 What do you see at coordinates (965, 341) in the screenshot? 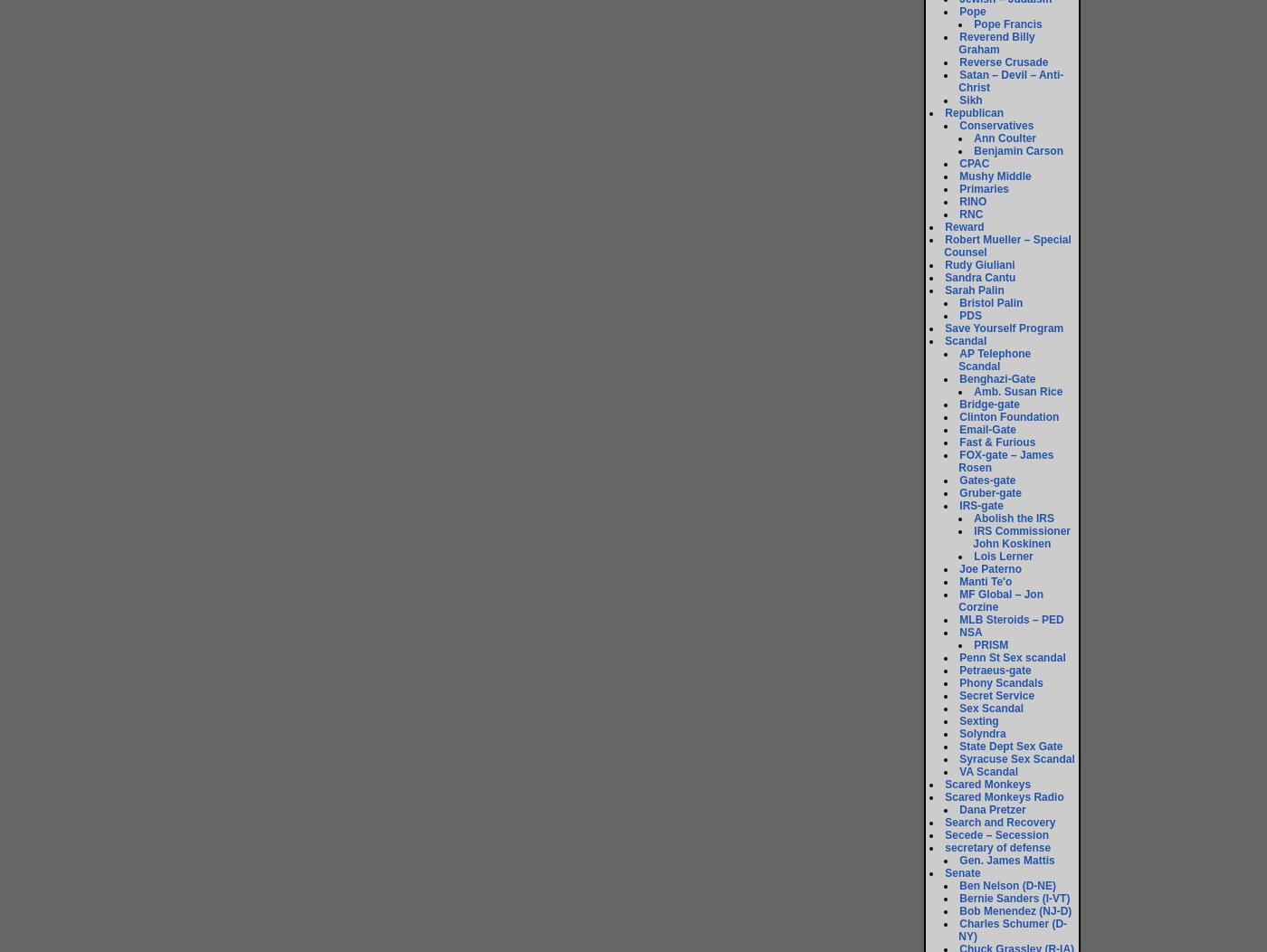
I see `'Scandal'` at bounding box center [965, 341].